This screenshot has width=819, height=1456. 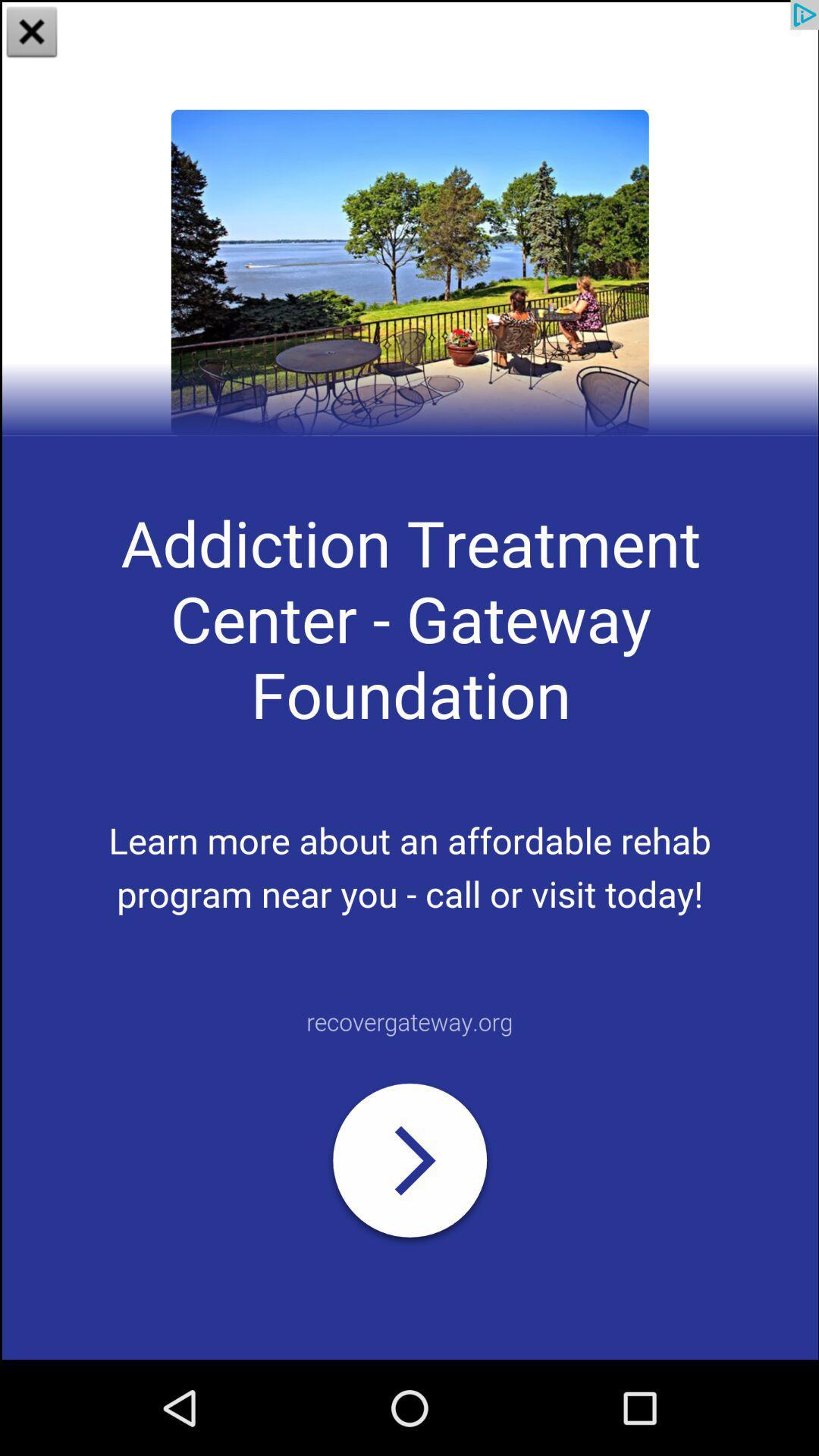 I want to click on the close icon, so click(x=32, y=33).